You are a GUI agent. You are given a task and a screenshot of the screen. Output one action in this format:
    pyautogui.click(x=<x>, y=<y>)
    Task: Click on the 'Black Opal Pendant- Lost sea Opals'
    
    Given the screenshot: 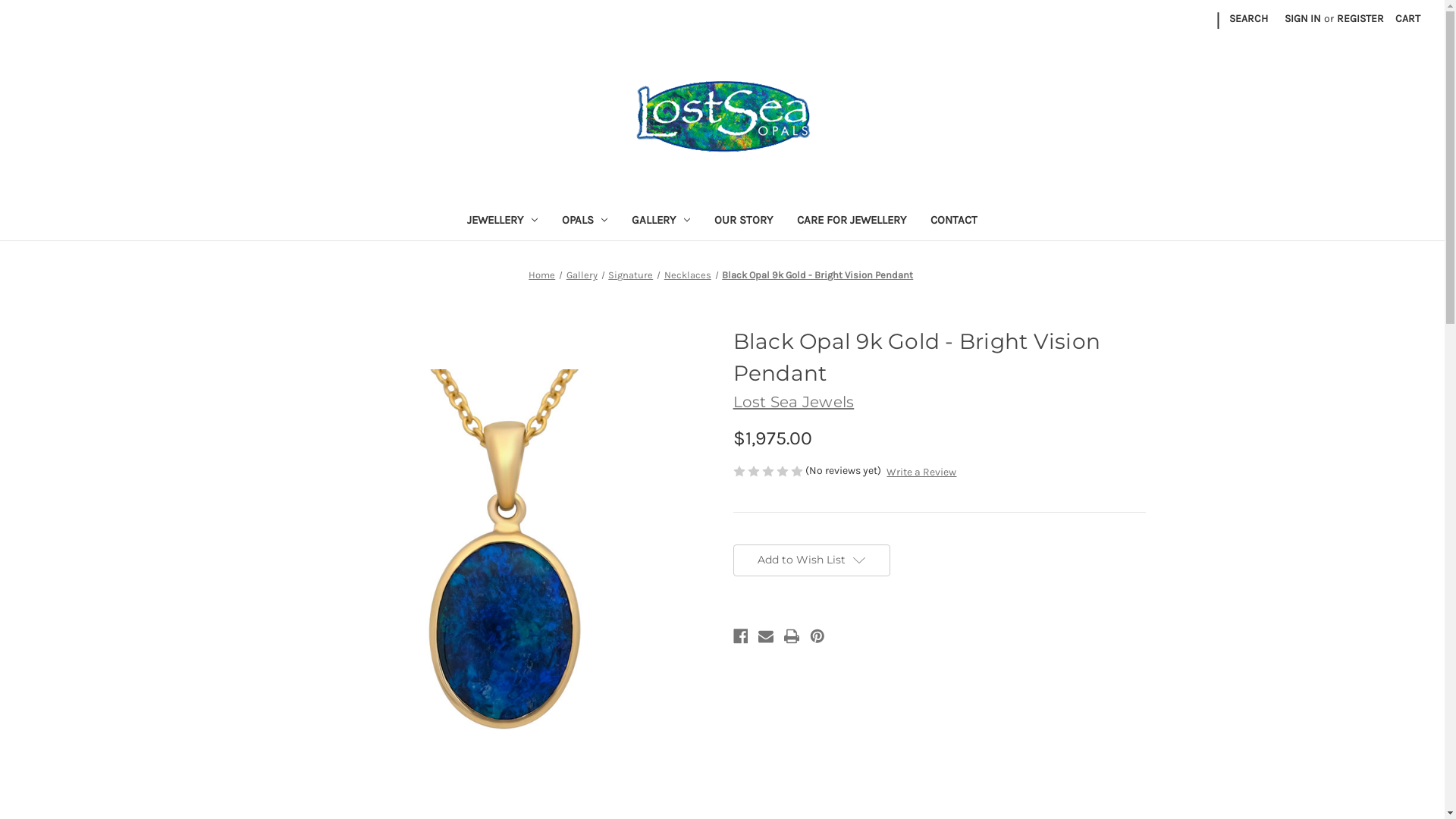 What is the action you would take?
    pyautogui.click(x=505, y=559)
    